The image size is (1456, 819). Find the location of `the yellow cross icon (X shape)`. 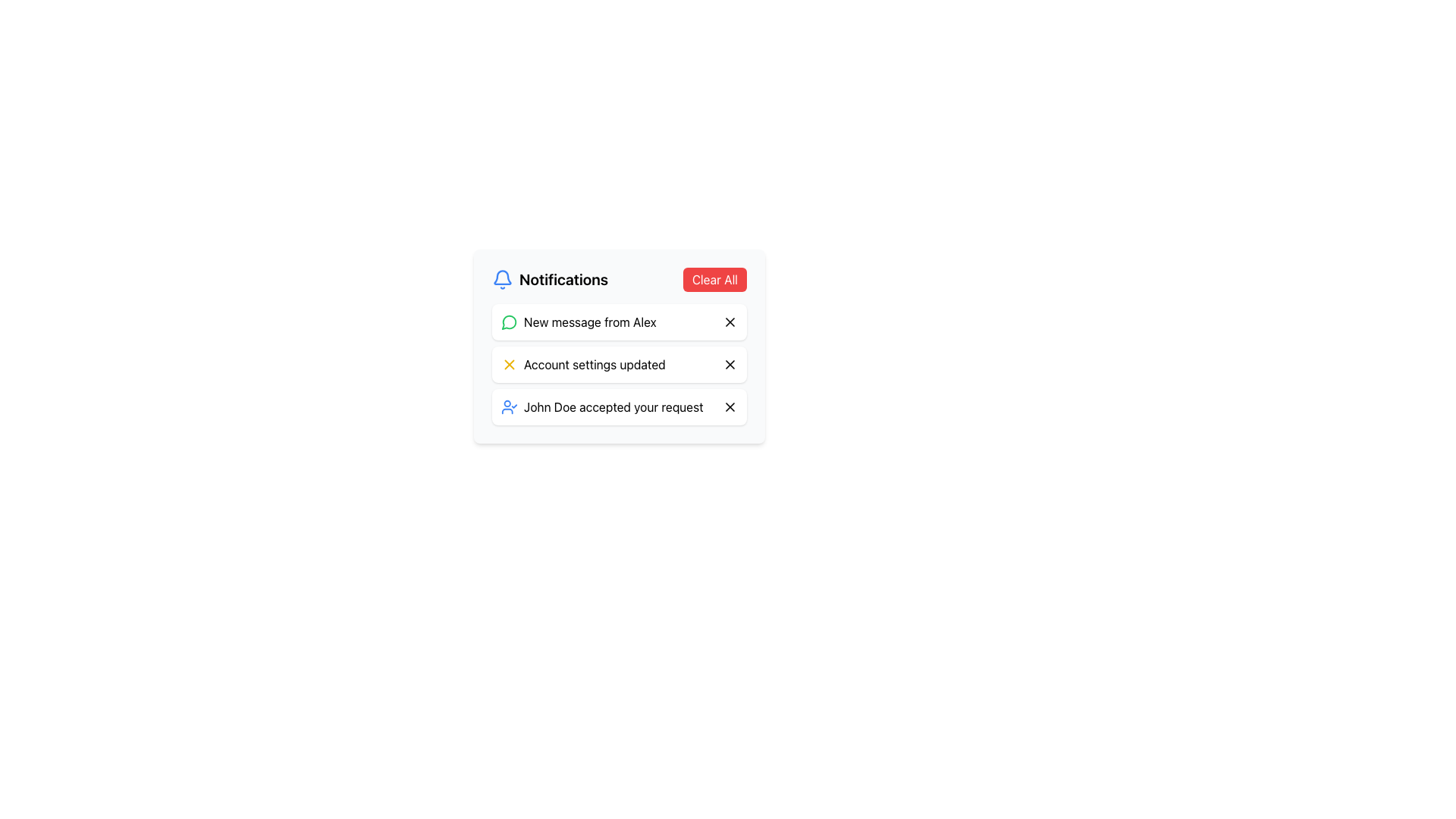

the yellow cross icon (X shape) is located at coordinates (510, 365).